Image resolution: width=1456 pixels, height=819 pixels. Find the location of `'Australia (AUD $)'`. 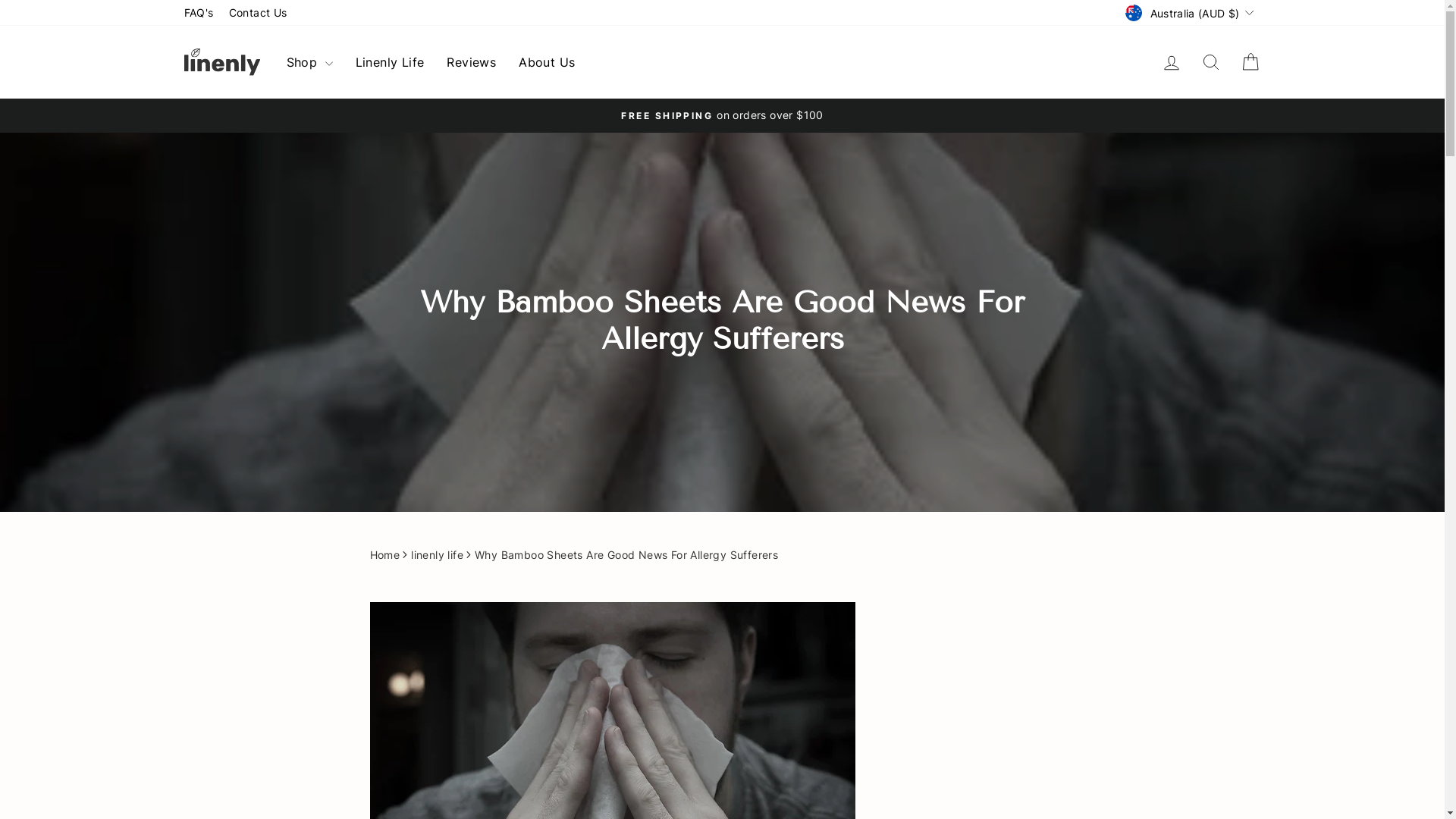

'Australia (AUD $)' is located at coordinates (1190, 12).